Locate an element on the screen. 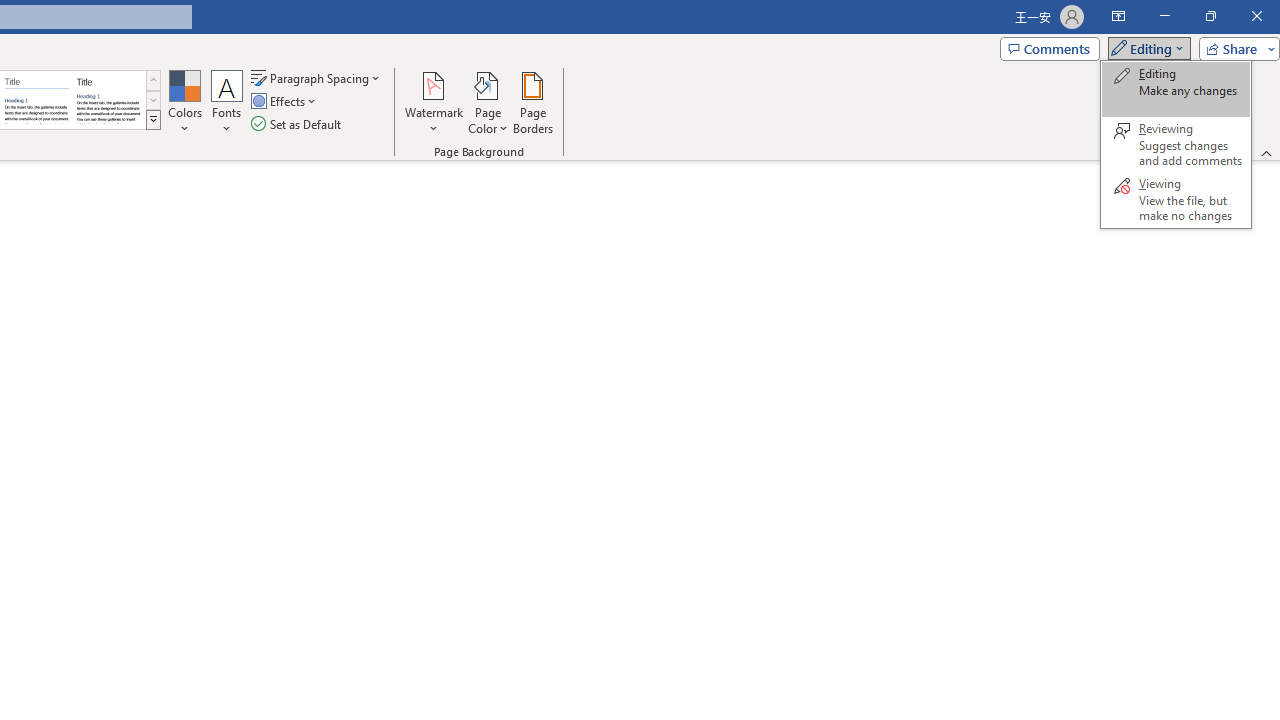 This screenshot has height=720, width=1280. 'Page Color' is located at coordinates (488, 103).